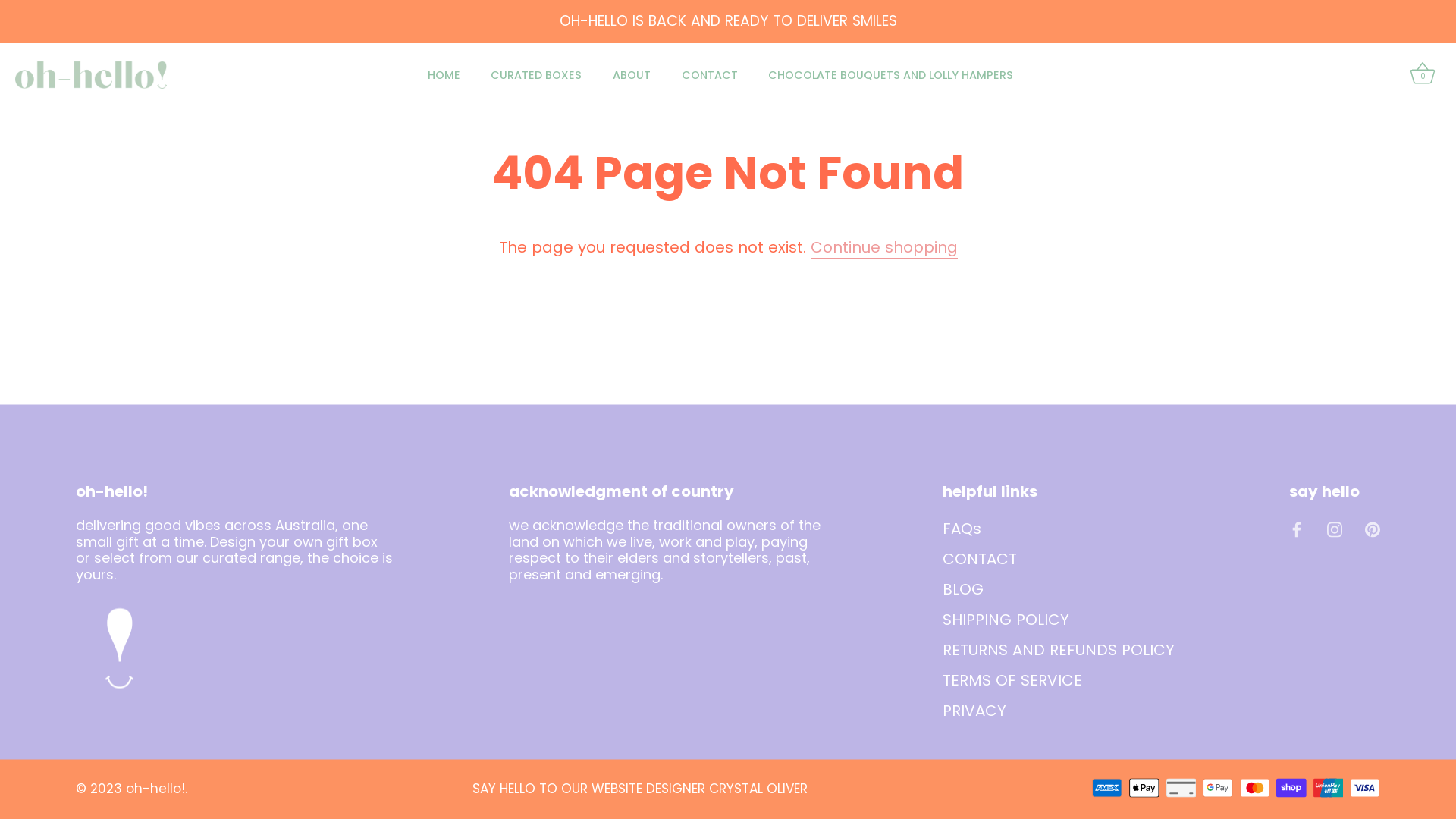  I want to click on 'BLOG', so click(962, 587).